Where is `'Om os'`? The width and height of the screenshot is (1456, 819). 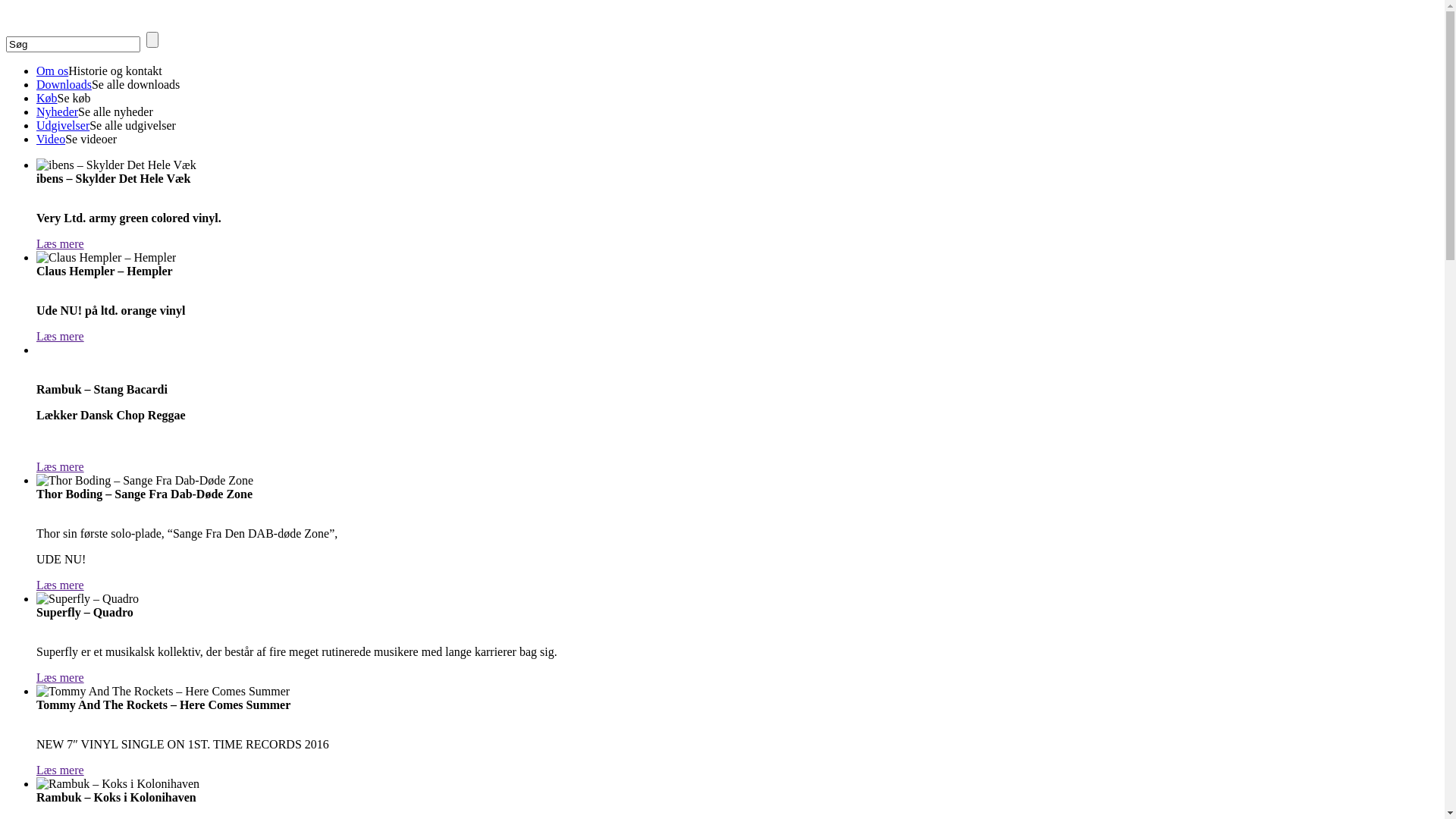
'Om os' is located at coordinates (52, 71).